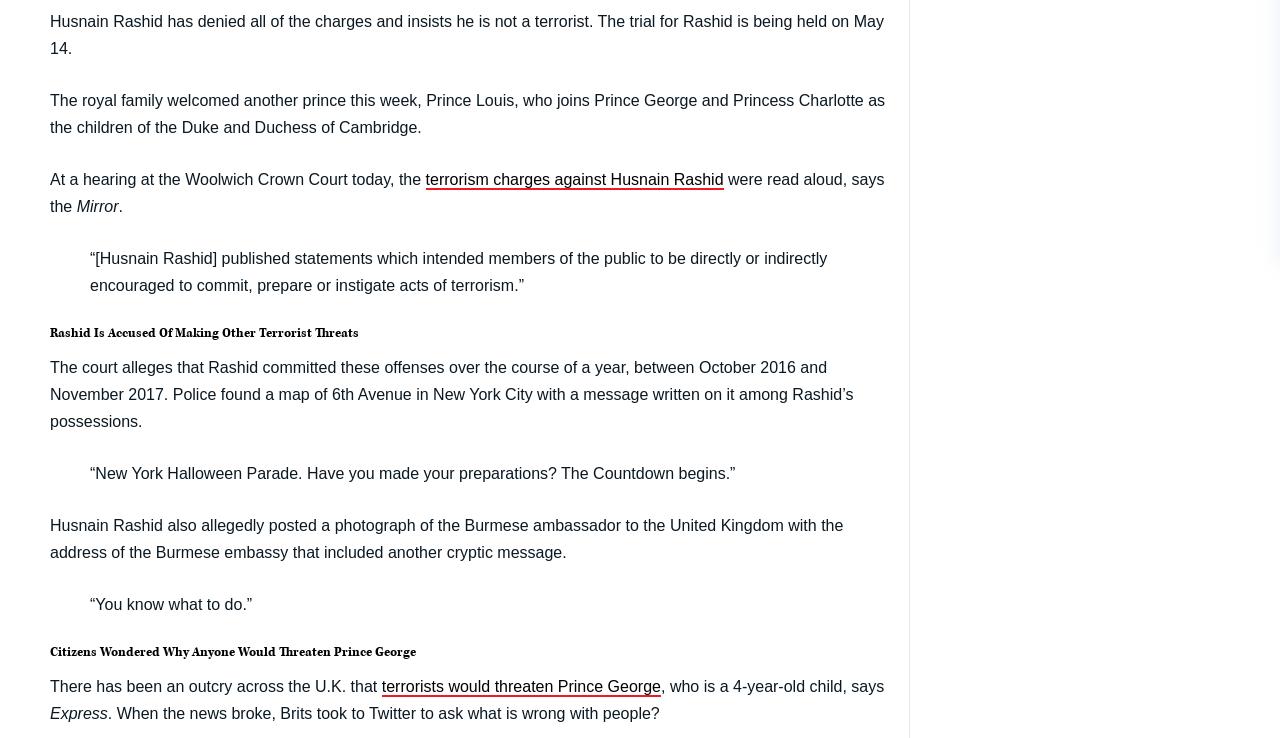 Image resolution: width=1280 pixels, height=738 pixels. Describe the element at coordinates (237, 177) in the screenshot. I see `'At a hearing at the Woolwich Crown Court today, the'` at that location.